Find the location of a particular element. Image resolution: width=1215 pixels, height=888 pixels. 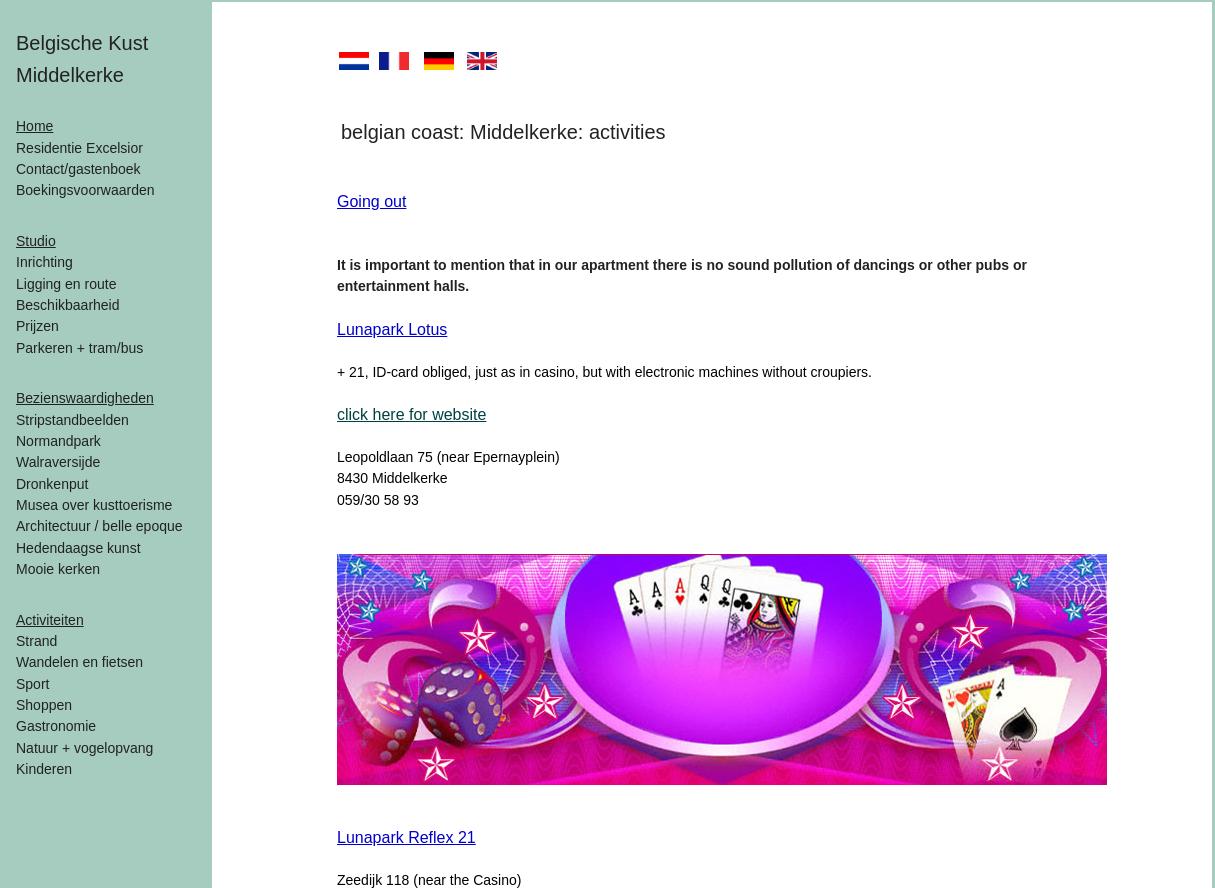

'It is important to mention that in our apartment there is no sound  pollution of dancings or other pubs or  entertainment halls.' is located at coordinates (680, 275).